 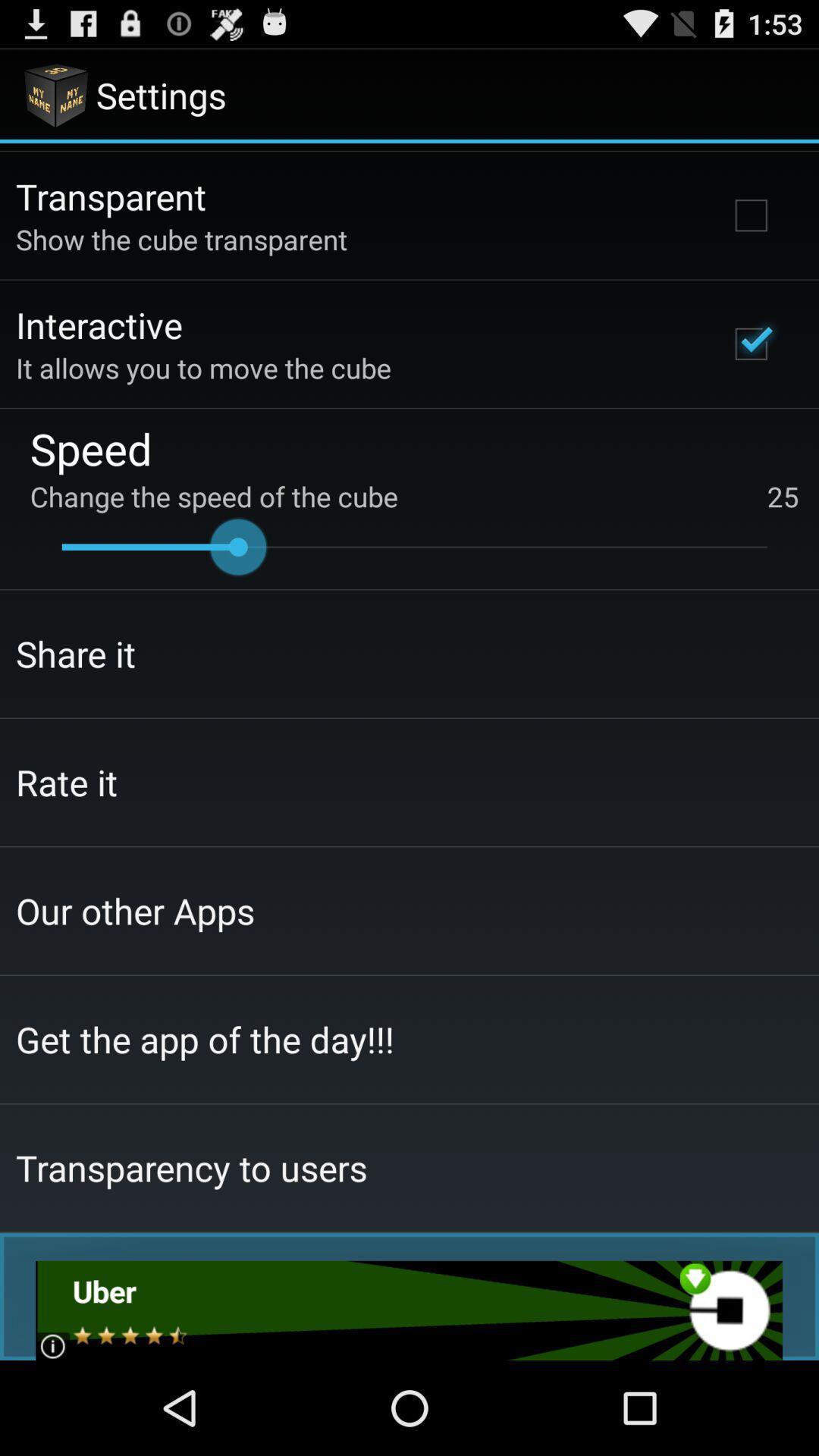 What do you see at coordinates (783, 496) in the screenshot?
I see `the 25 on the right` at bounding box center [783, 496].